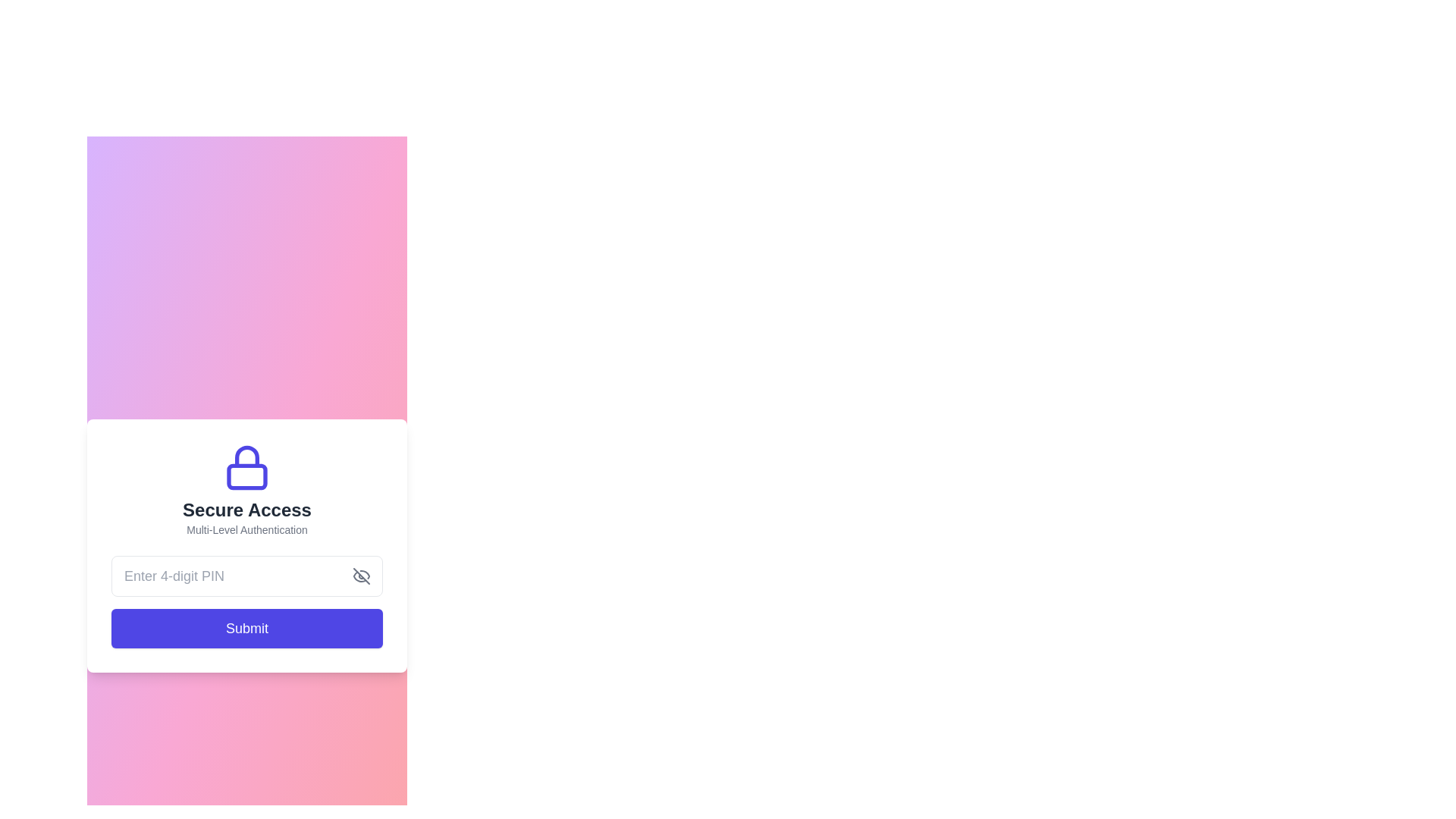 The image size is (1456, 819). I want to click on the form submission button located at the bottom of the card component, so click(247, 629).